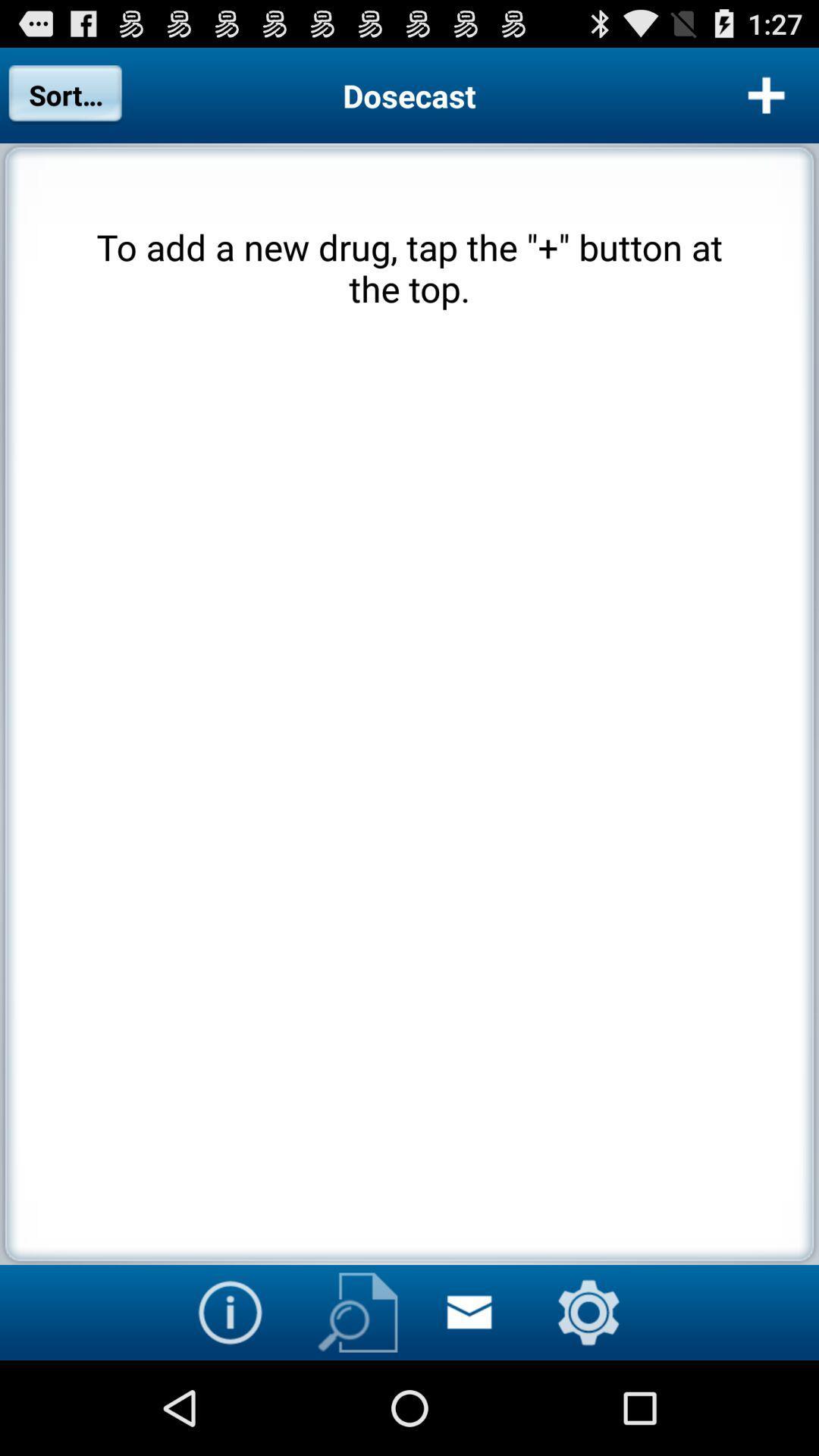  What do you see at coordinates (588, 1404) in the screenshot?
I see `the settings icon` at bounding box center [588, 1404].